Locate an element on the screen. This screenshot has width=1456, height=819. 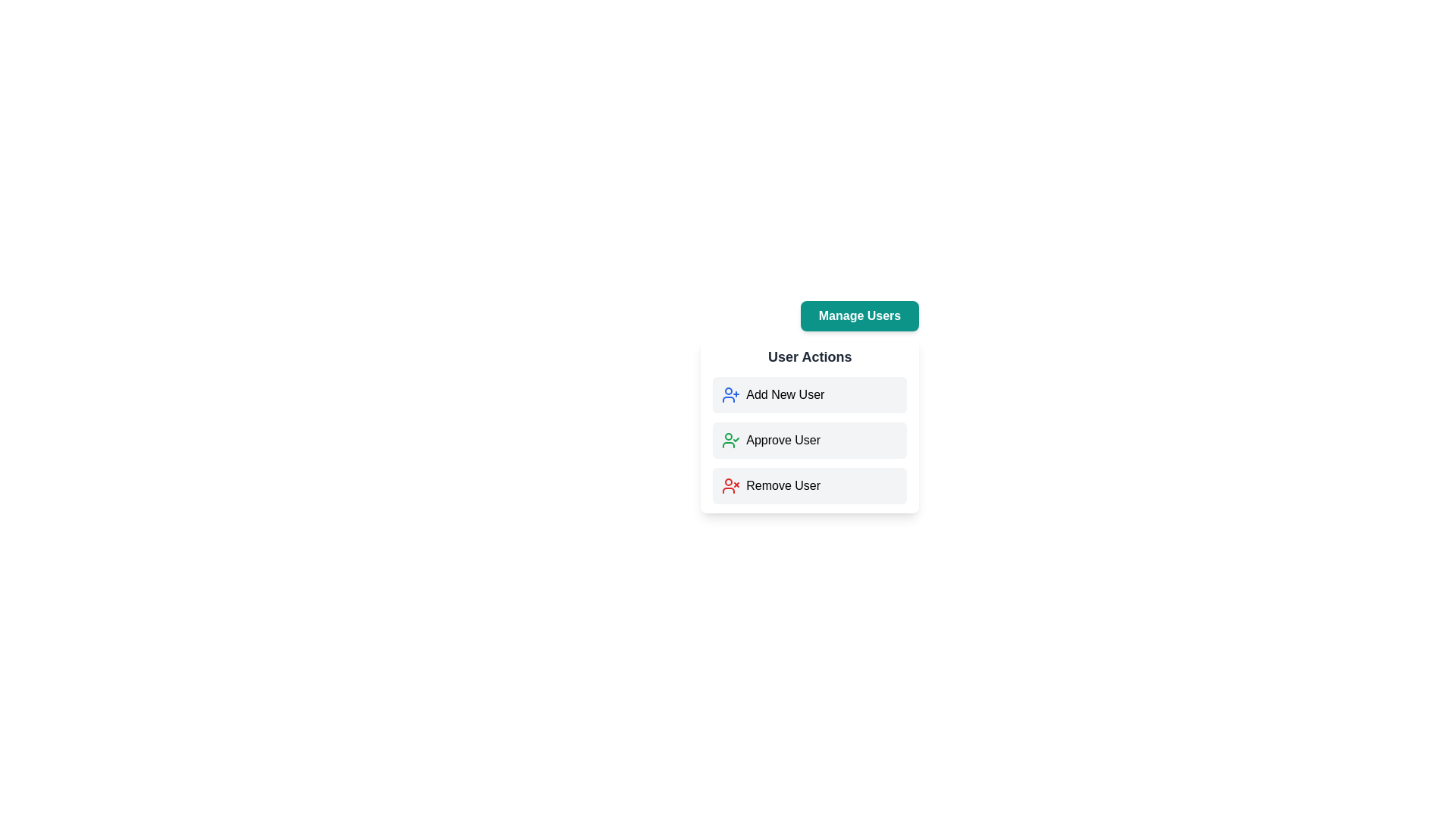
the user icon with a crossed-out symbol in red, located to the left of the 'Remove User' button in the 'User Actions' box, to initiate removal is located at coordinates (731, 485).